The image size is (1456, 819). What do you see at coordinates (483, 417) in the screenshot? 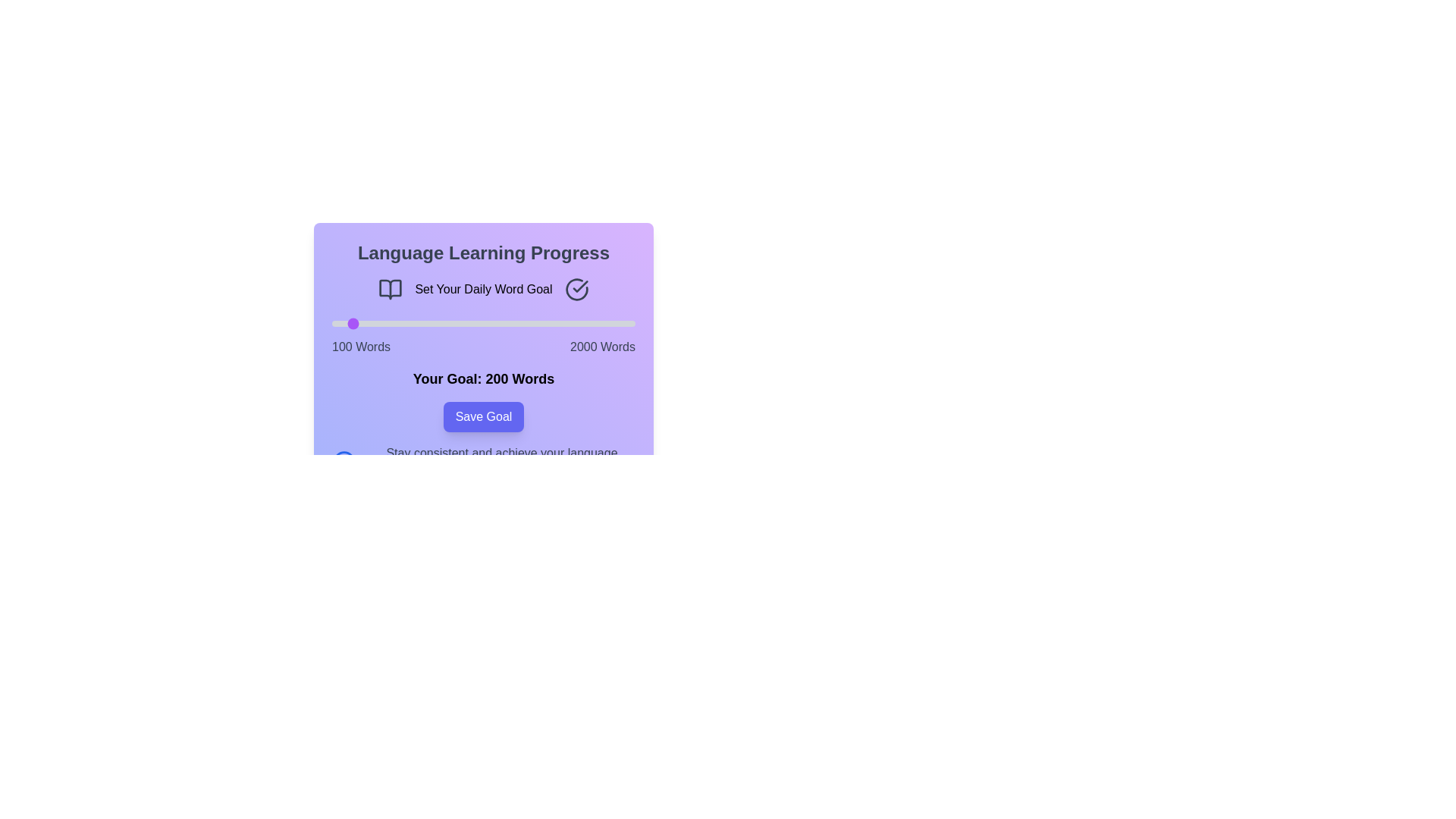
I see `the 'Save Goal' button` at bounding box center [483, 417].